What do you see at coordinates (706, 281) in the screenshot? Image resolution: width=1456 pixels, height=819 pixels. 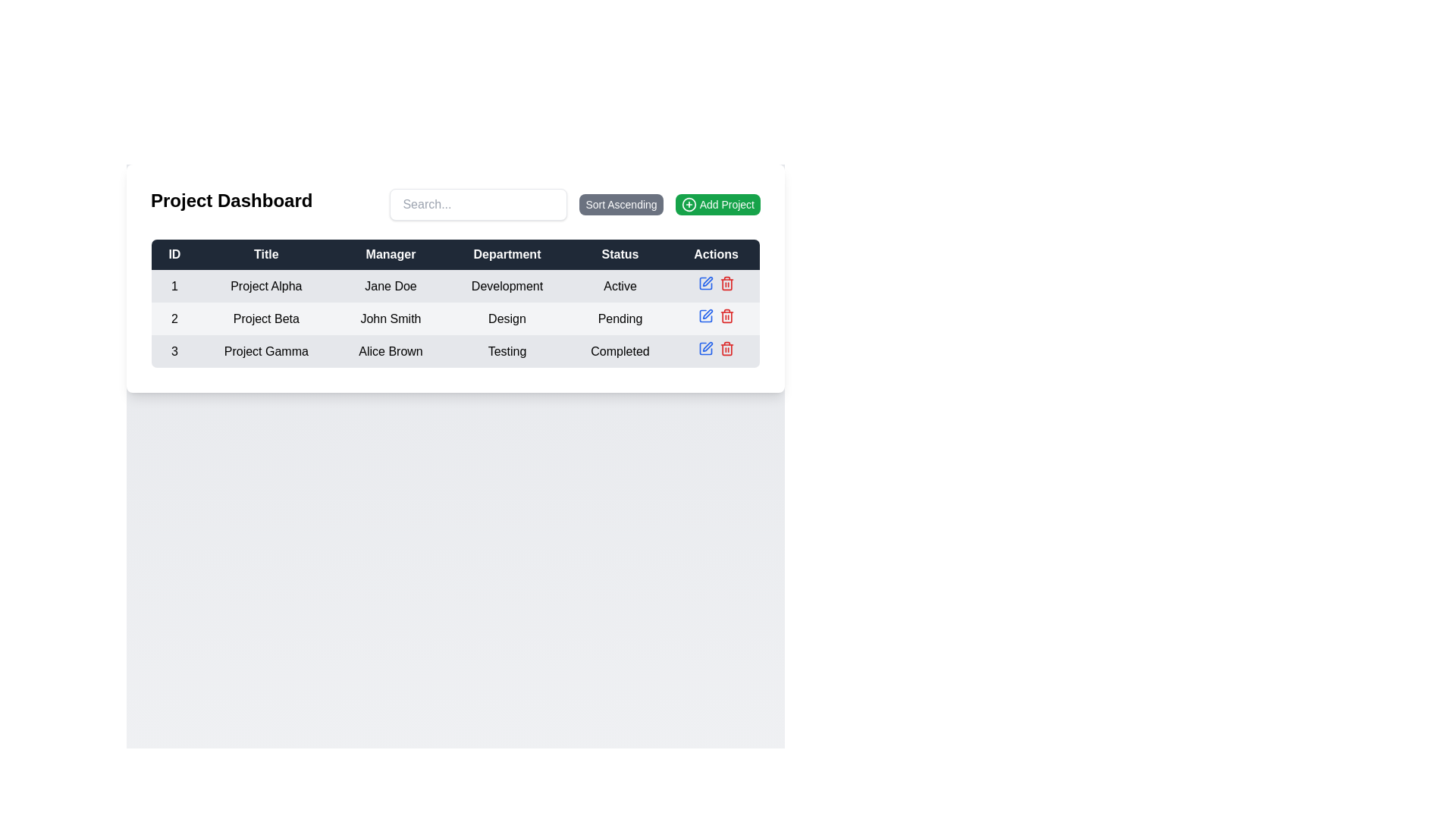 I see `the pencil icon in the 'Actions' column of the second row to initiate editing` at bounding box center [706, 281].